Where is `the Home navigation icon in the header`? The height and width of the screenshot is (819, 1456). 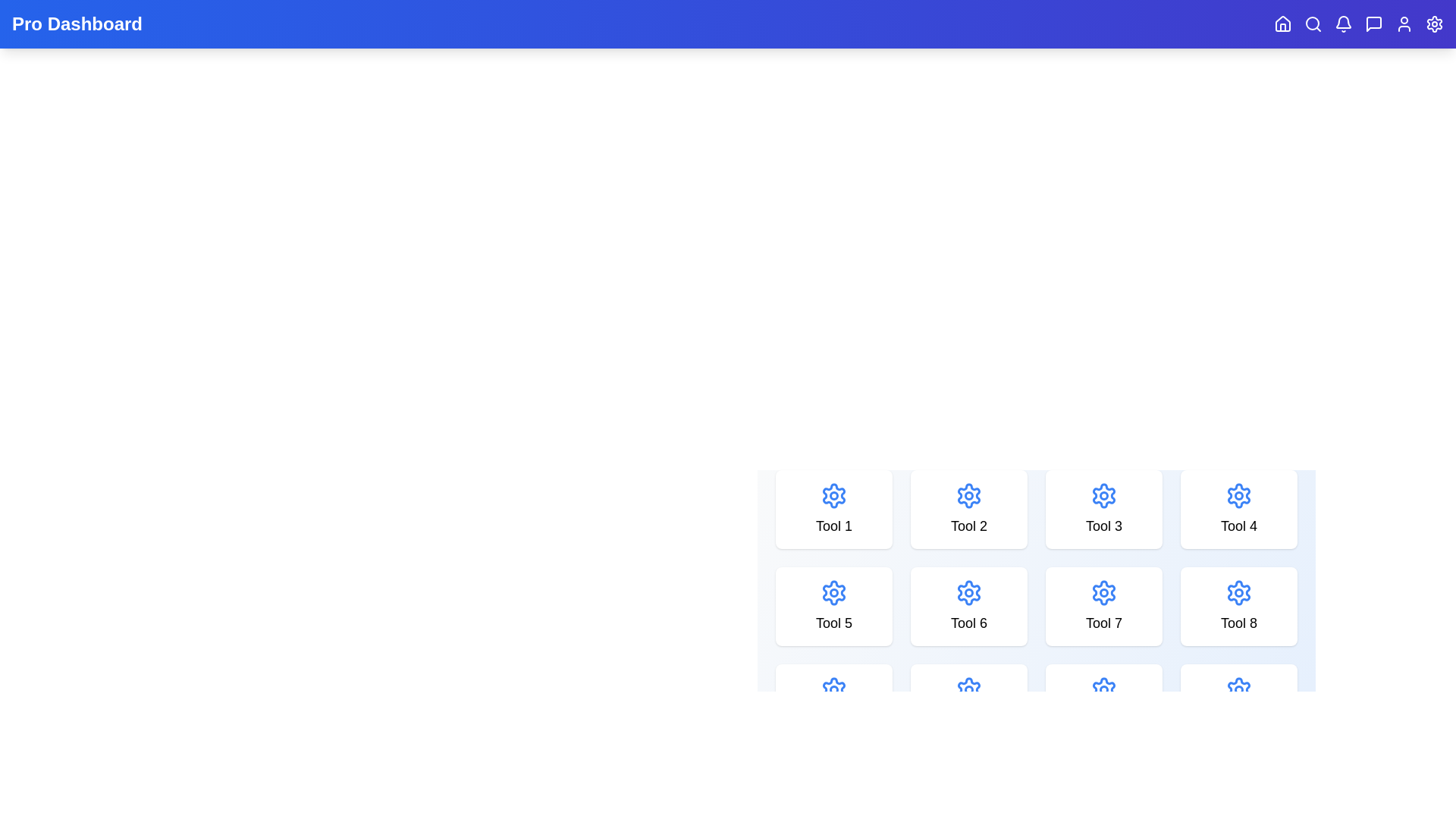 the Home navigation icon in the header is located at coordinates (1282, 24).